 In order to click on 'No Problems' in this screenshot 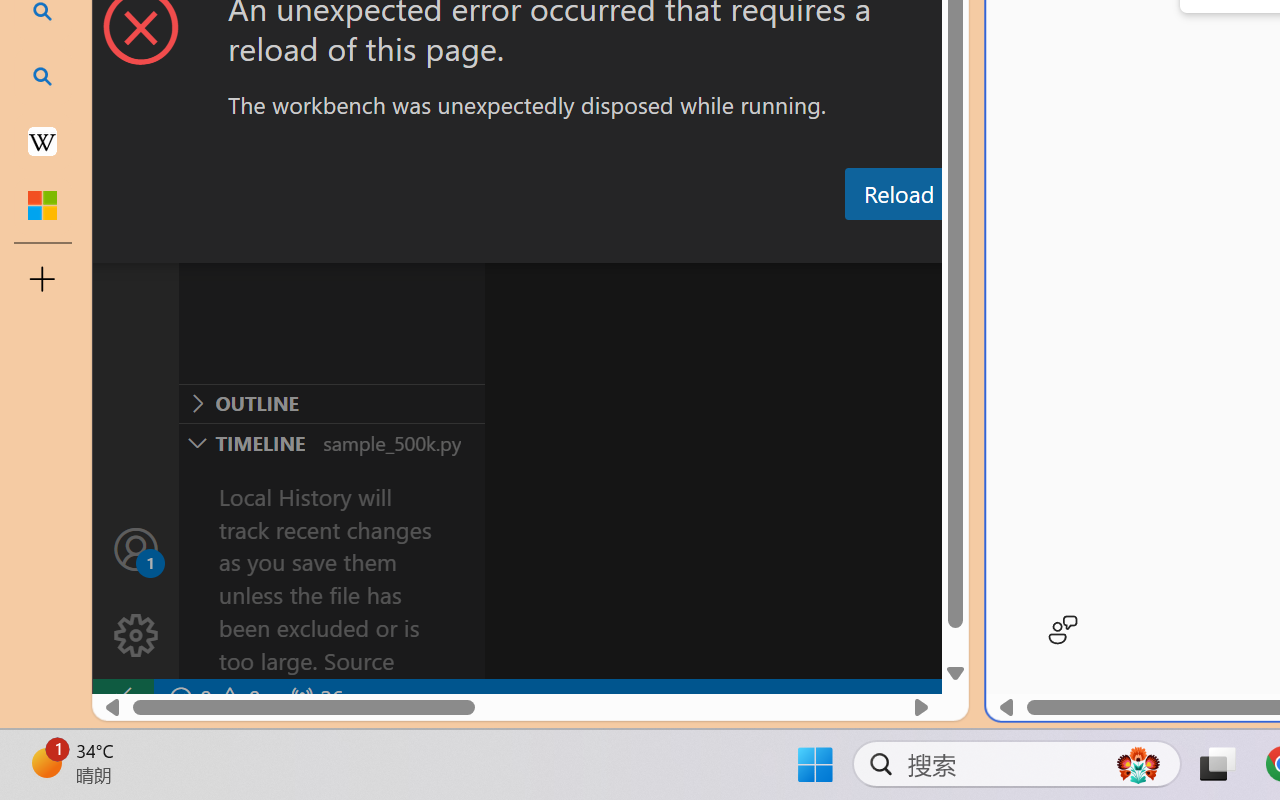, I will do `click(213, 698)`.